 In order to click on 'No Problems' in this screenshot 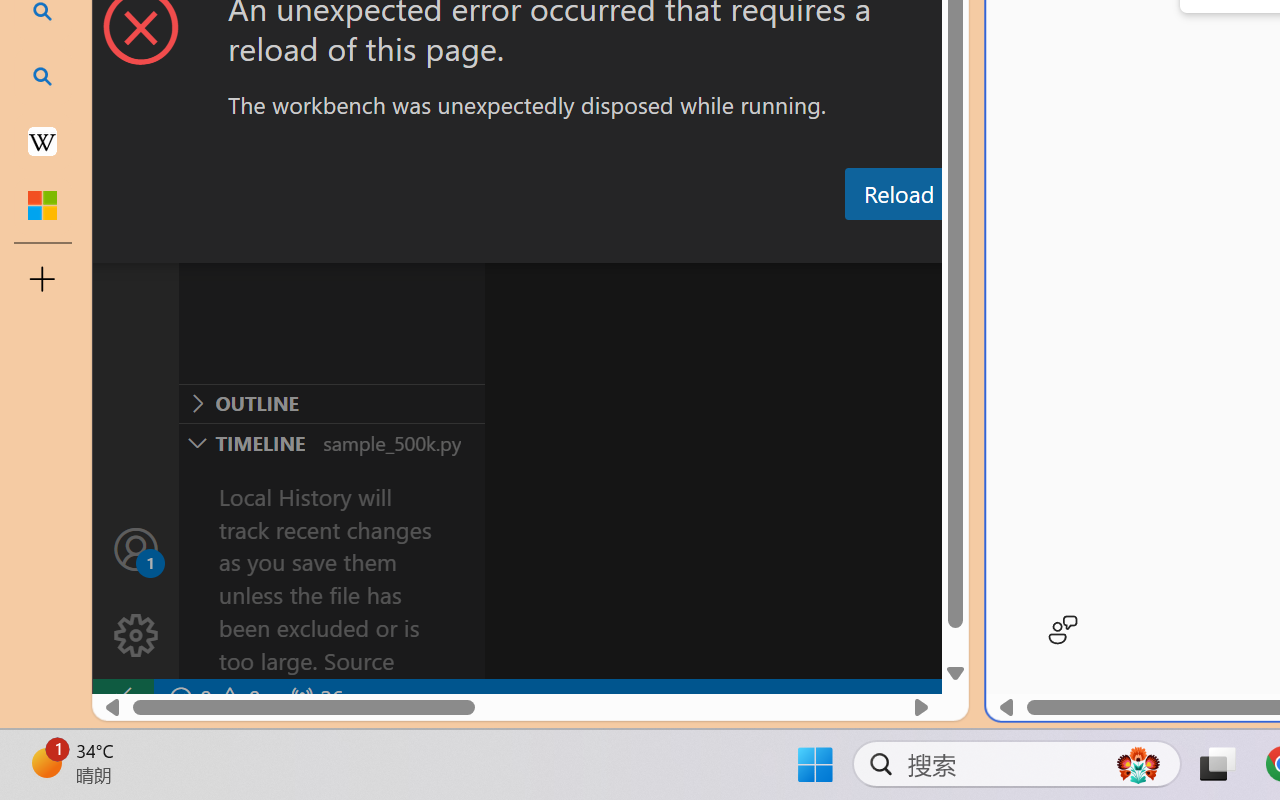, I will do `click(213, 698)`.